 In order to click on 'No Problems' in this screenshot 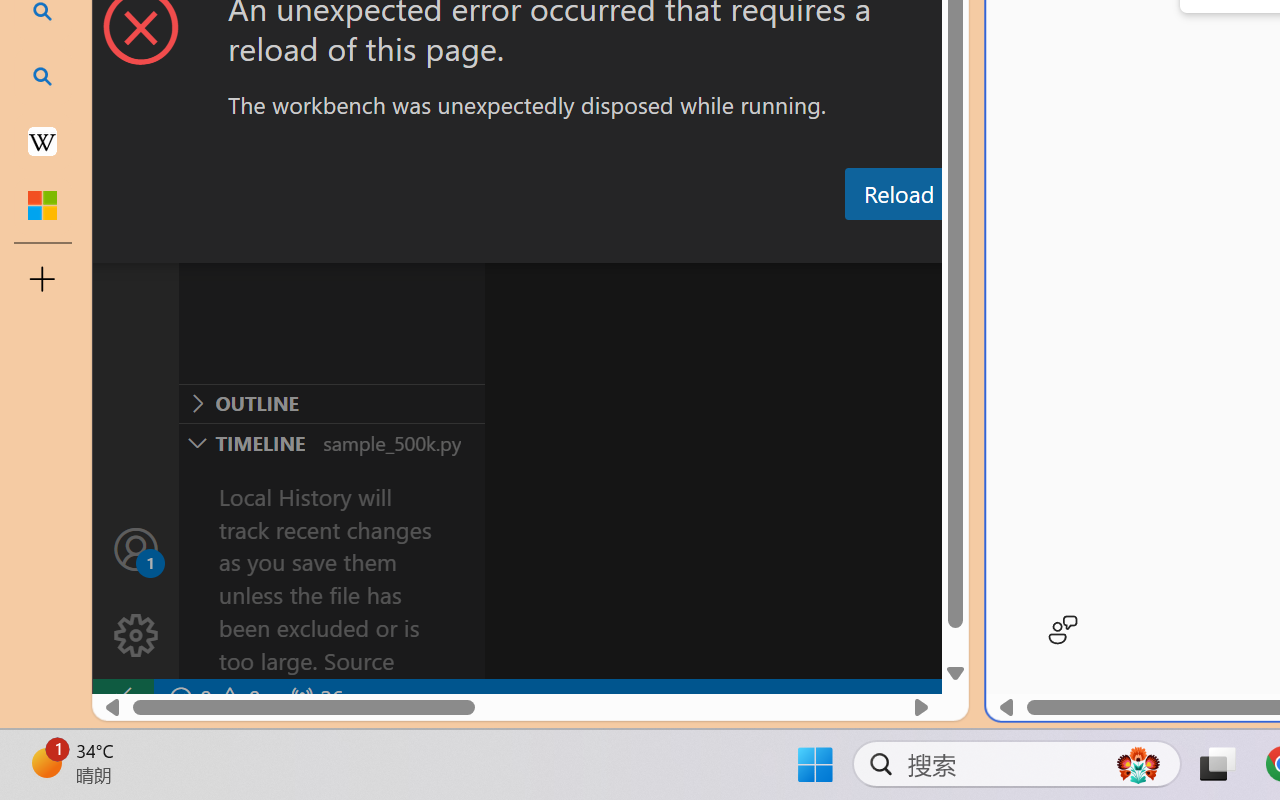, I will do `click(213, 698)`.